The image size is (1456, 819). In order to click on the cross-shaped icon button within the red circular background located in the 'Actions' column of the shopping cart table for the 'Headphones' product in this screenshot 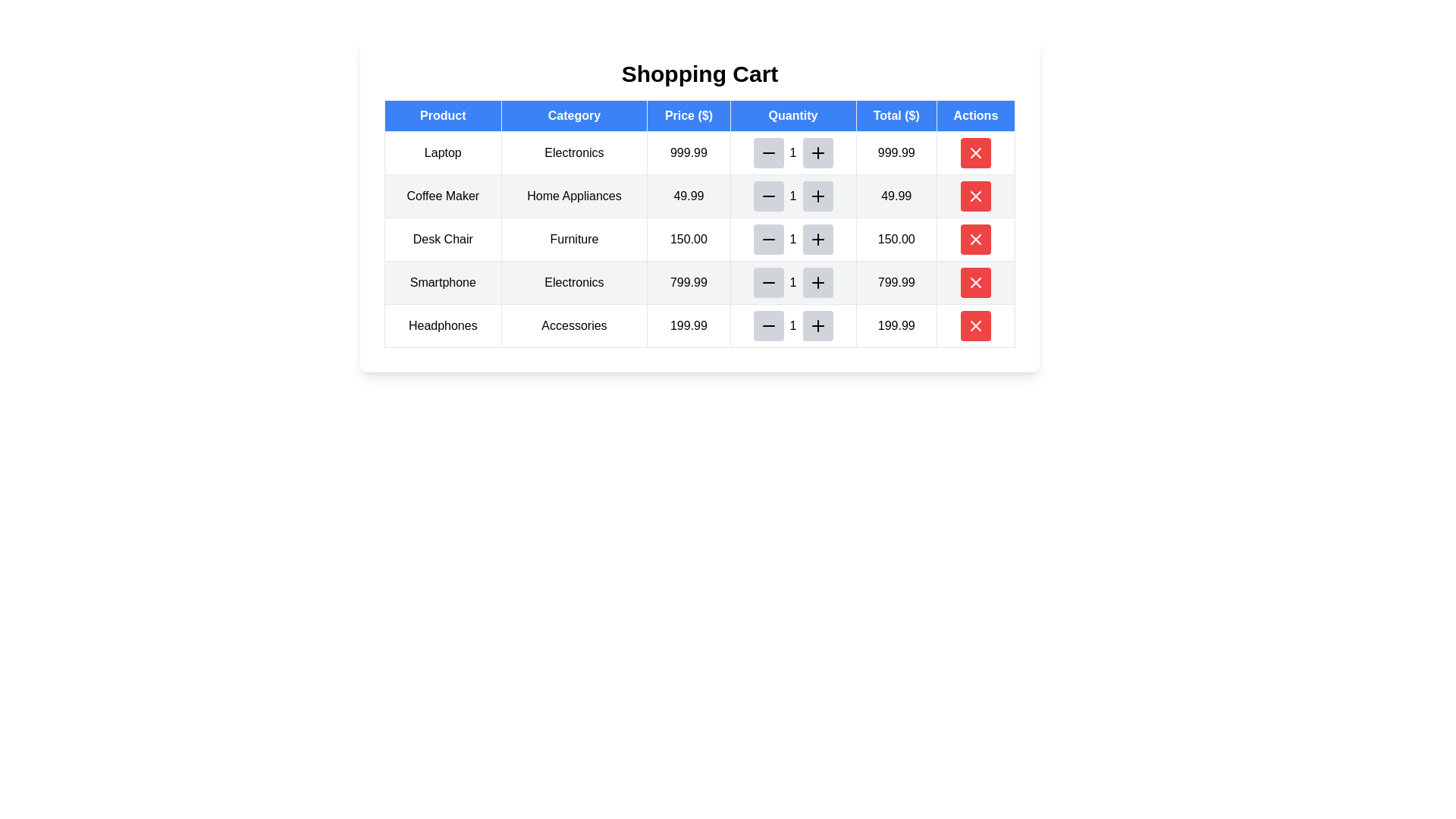, I will do `click(975, 325)`.